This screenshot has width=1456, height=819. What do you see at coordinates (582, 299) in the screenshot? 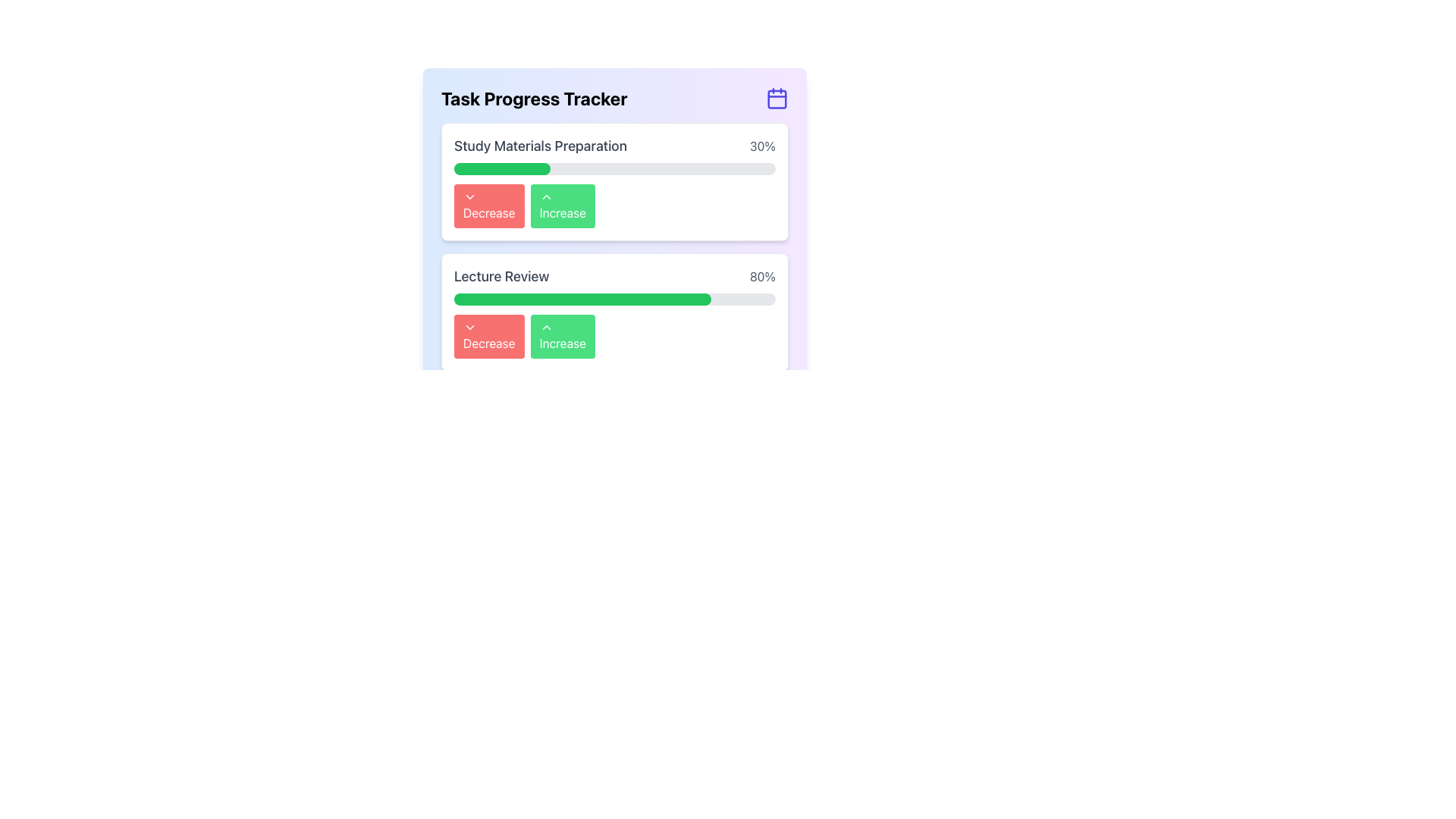
I see `the green progress indicator bar that fills approximately 80% of the light gray 'Lecture Review' progress bar` at bounding box center [582, 299].